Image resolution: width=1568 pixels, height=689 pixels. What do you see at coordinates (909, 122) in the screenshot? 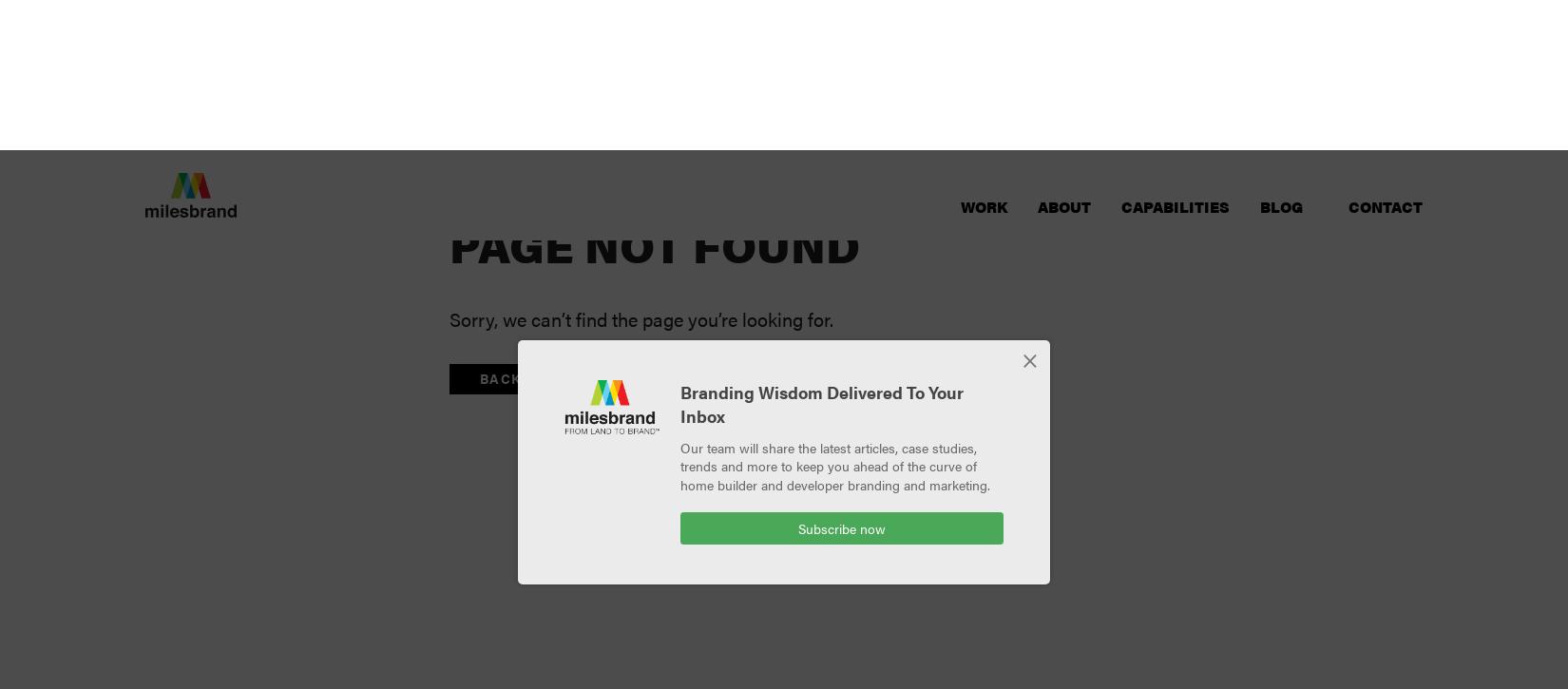
I see `'Corporate'` at bounding box center [909, 122].